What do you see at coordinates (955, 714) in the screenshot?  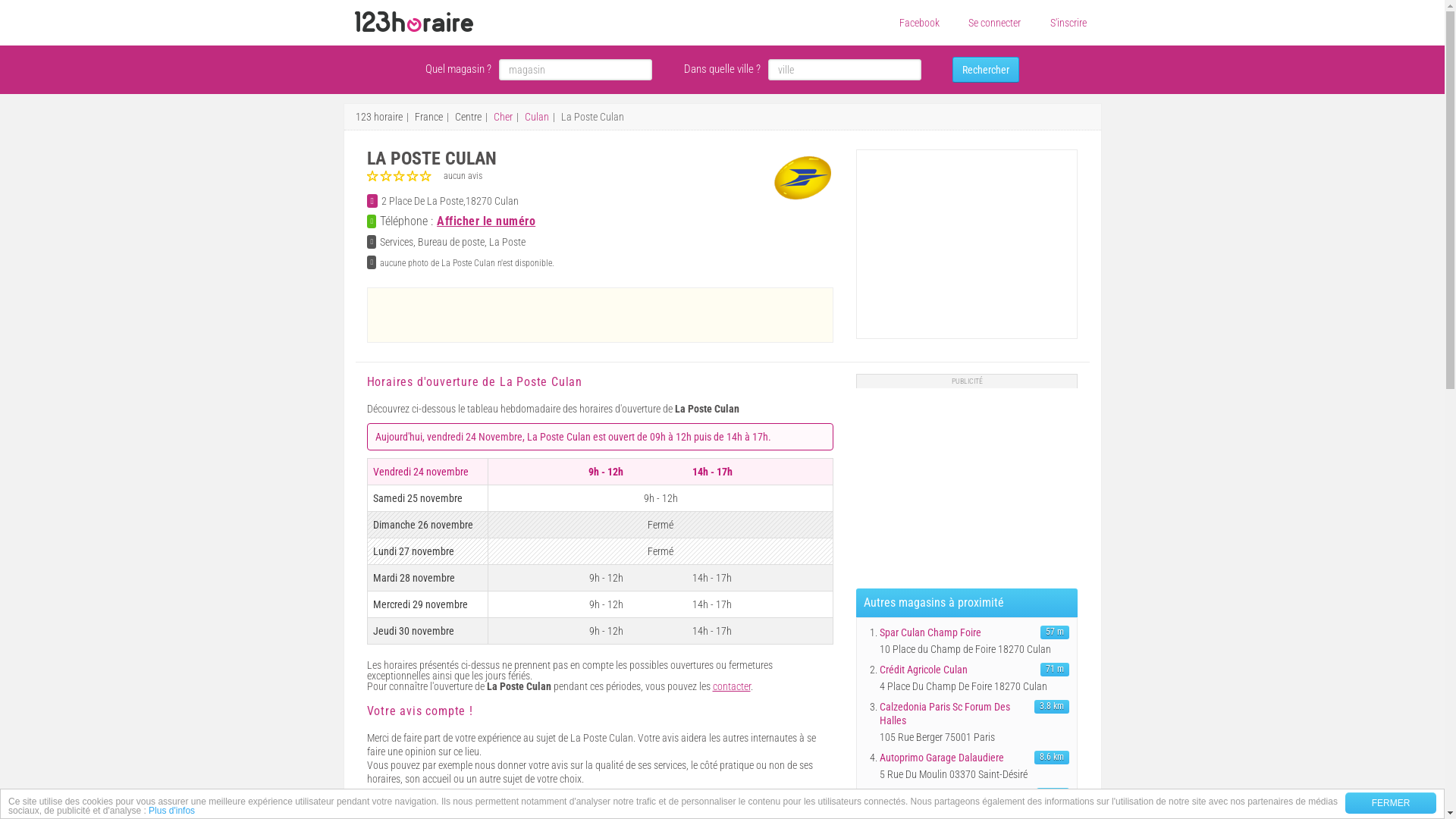 I see `'Calzedonia Paris Sc Forum Des Halles'` at bounding box center [955, 714].